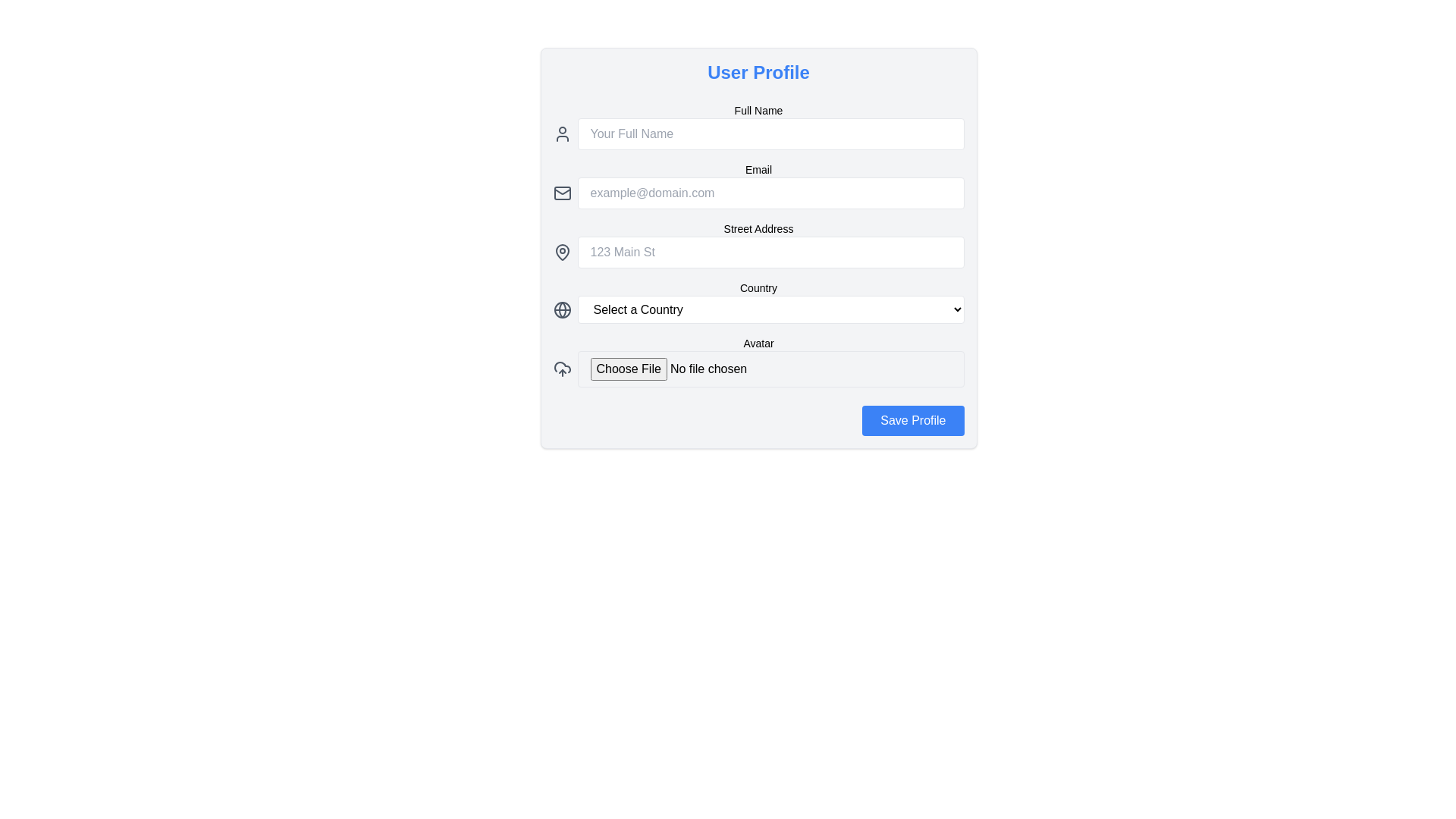 This screenshot has width=1456, height=819. I want to click on an option from the Dropdown menu located as the fourth input field in the form, positioned below the 'Street Address' field and above the 'Avatar' field, so click(758, 302).